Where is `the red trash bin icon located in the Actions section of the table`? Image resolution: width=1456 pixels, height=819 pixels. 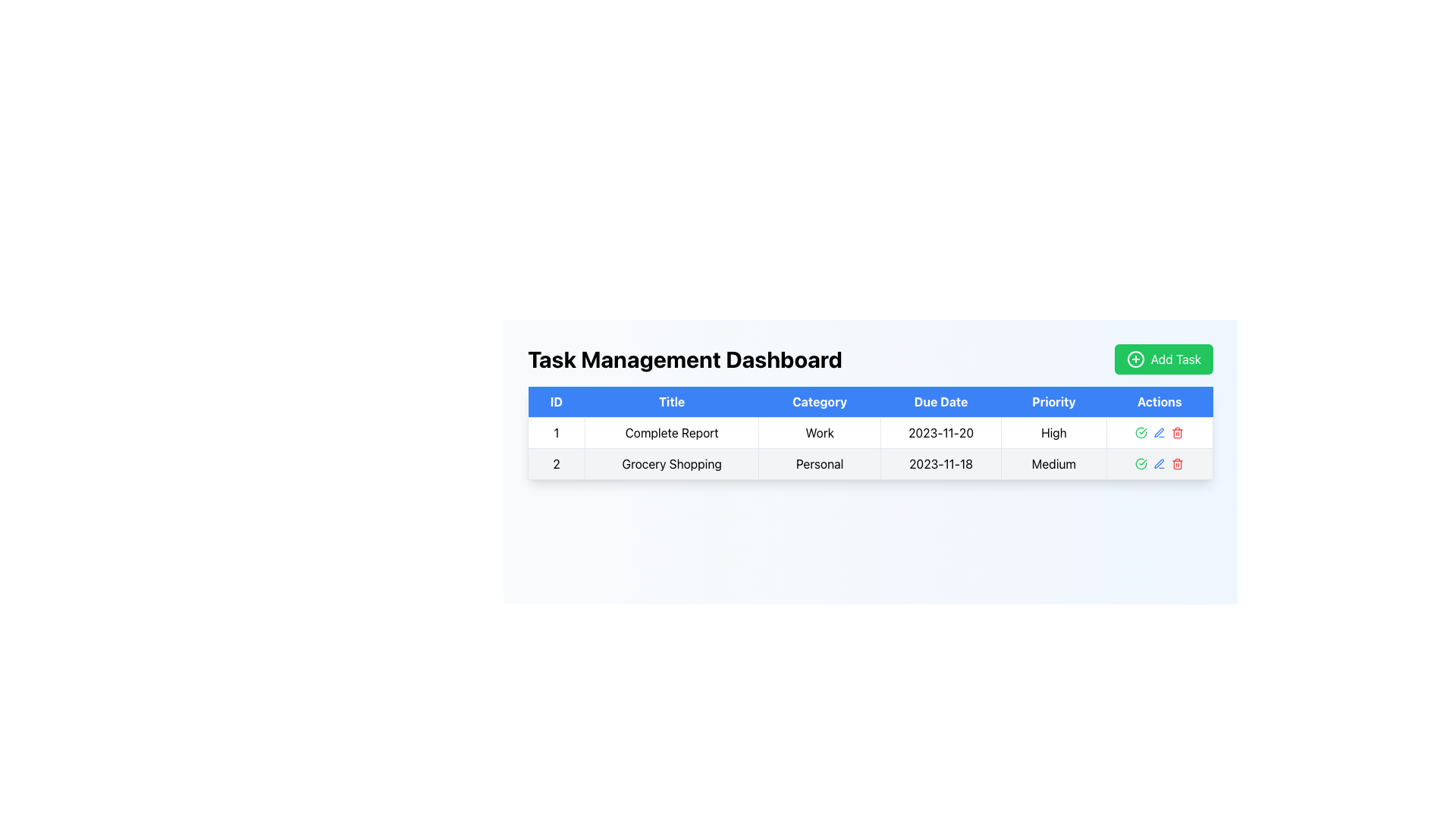
the red trash bin icon located in the Actions section of the table is located at coordinates (1177, 463).